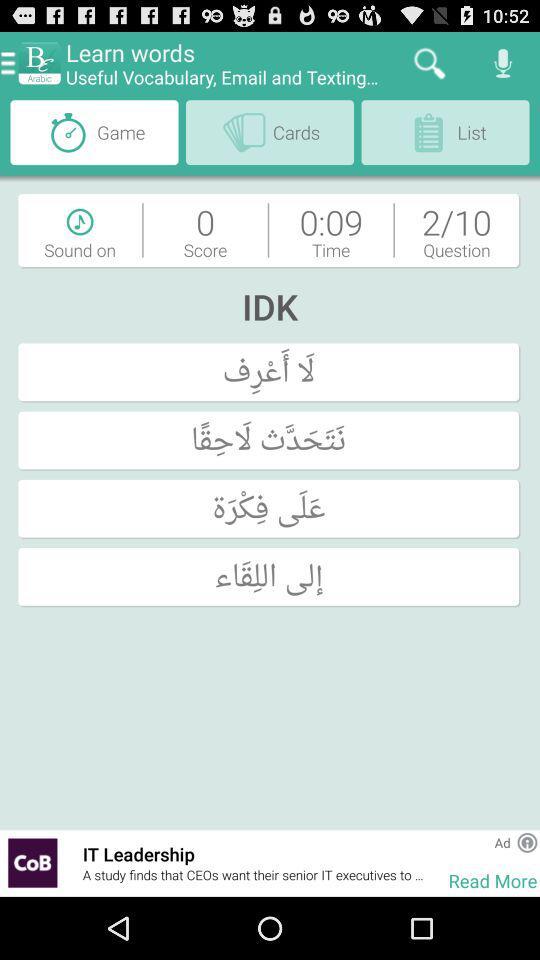 This screenshot has width=540, height=960. I want to click on app above read more, so click(527, 841).